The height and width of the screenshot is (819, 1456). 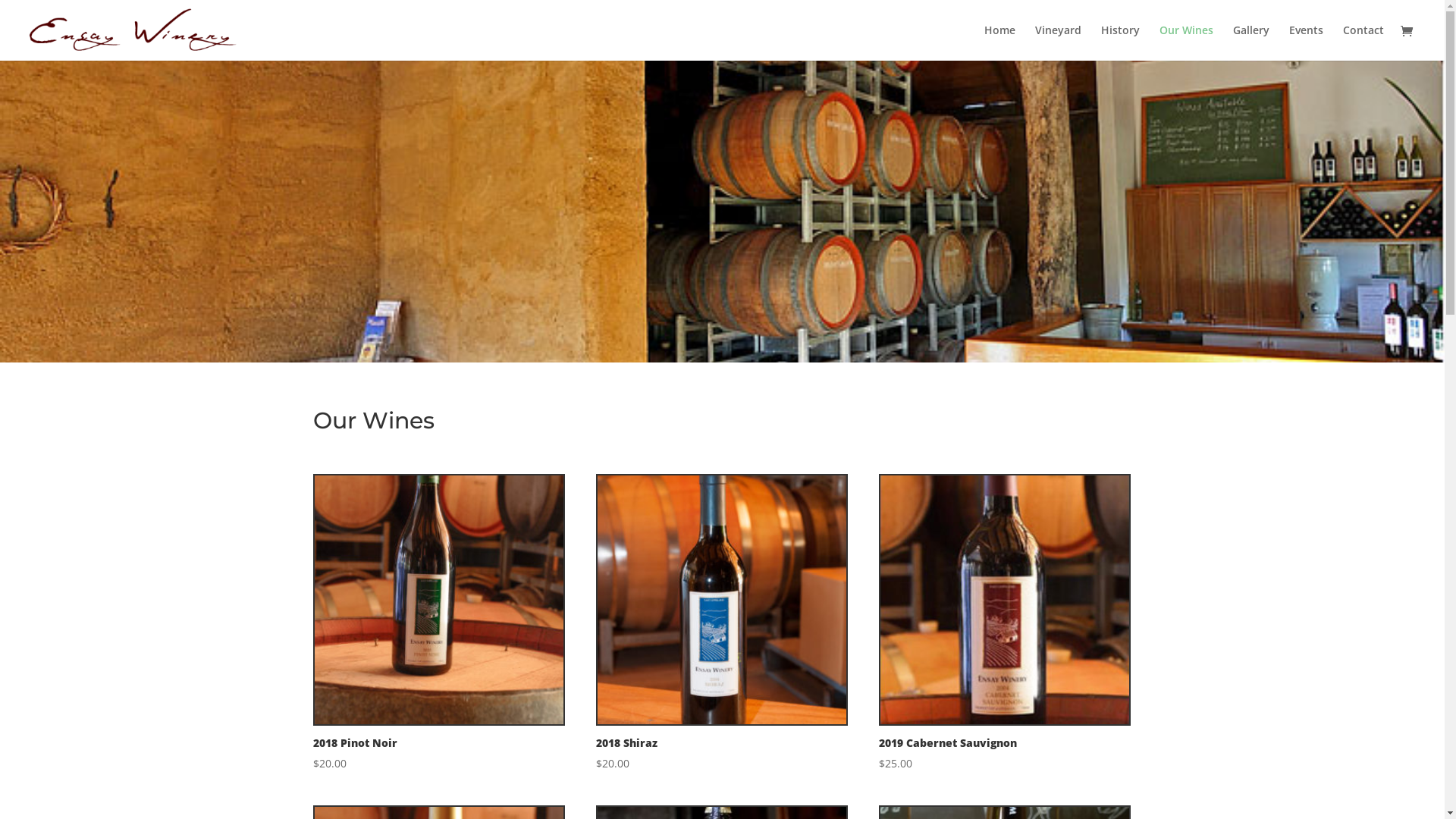 I want to click on 'Our Wines', so click(x=1185, y=42).